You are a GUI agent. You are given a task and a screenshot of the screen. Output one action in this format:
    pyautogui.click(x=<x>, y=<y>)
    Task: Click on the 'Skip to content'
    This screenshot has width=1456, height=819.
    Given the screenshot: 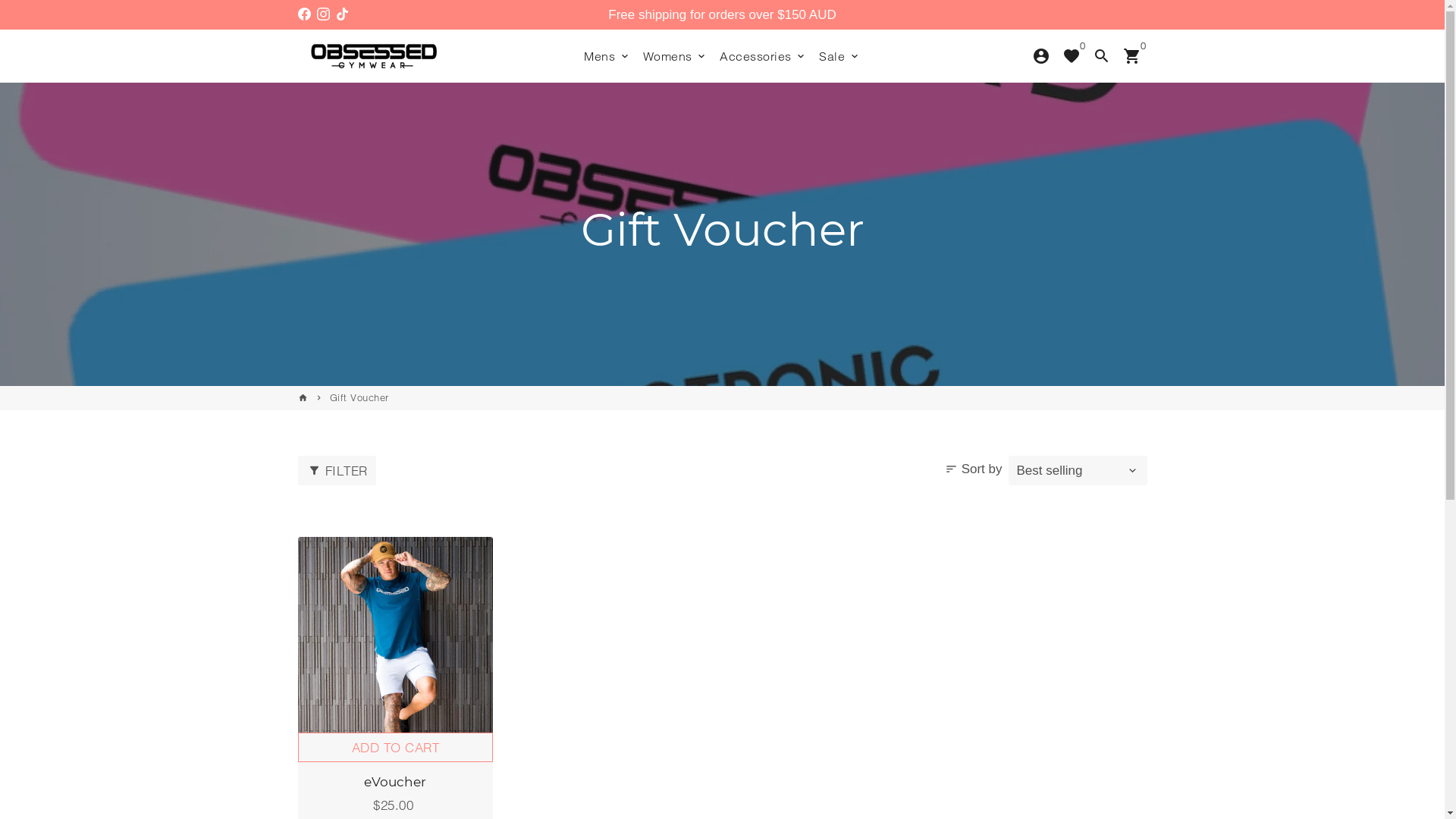 What is the action you would take?
    pyautogui.click(x=0, y=0)
    